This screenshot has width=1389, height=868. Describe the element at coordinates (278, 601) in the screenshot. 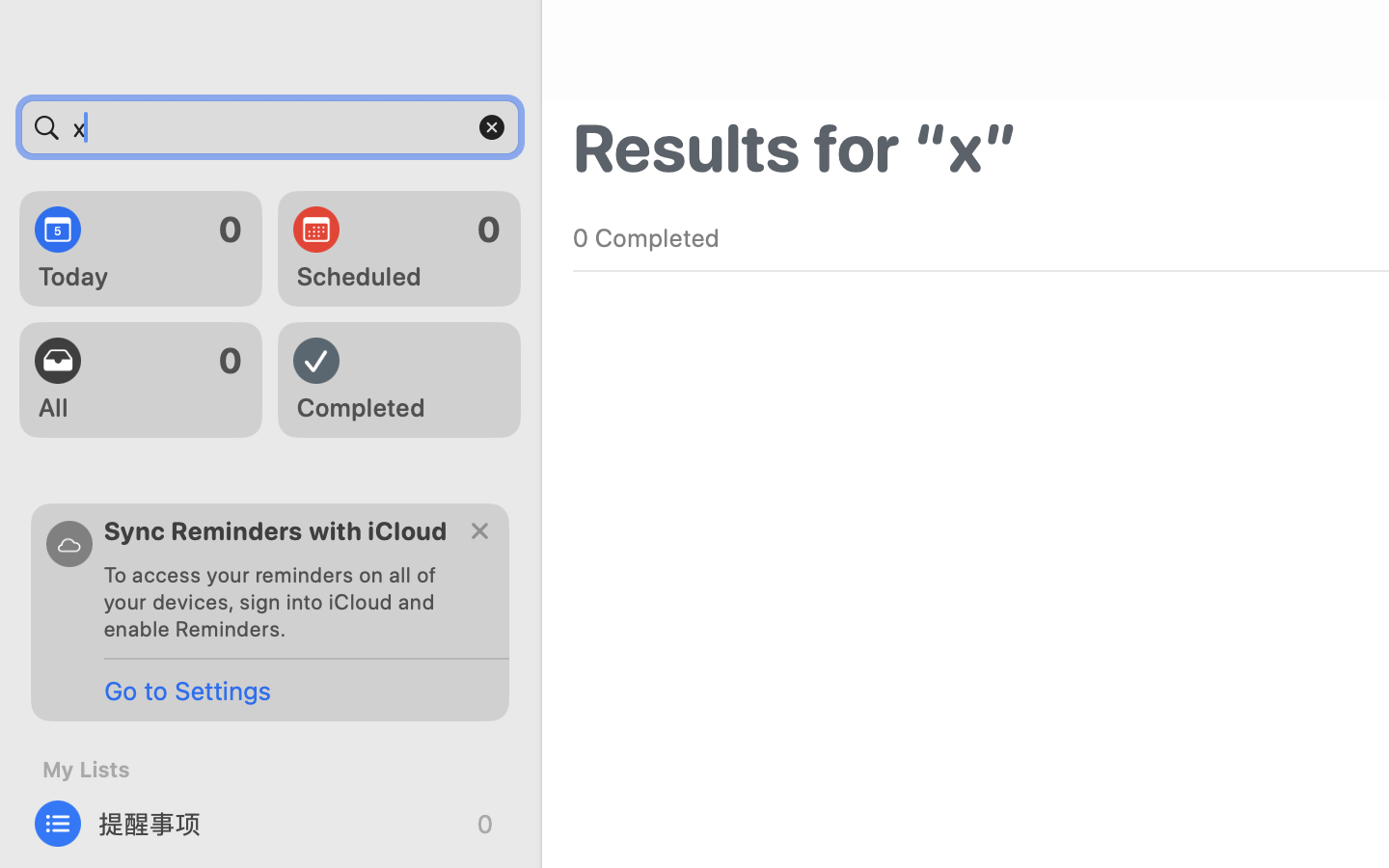

I see `'To access your reminders on all of your devices, sign into iCloud and enable Reminders.'` at that location.